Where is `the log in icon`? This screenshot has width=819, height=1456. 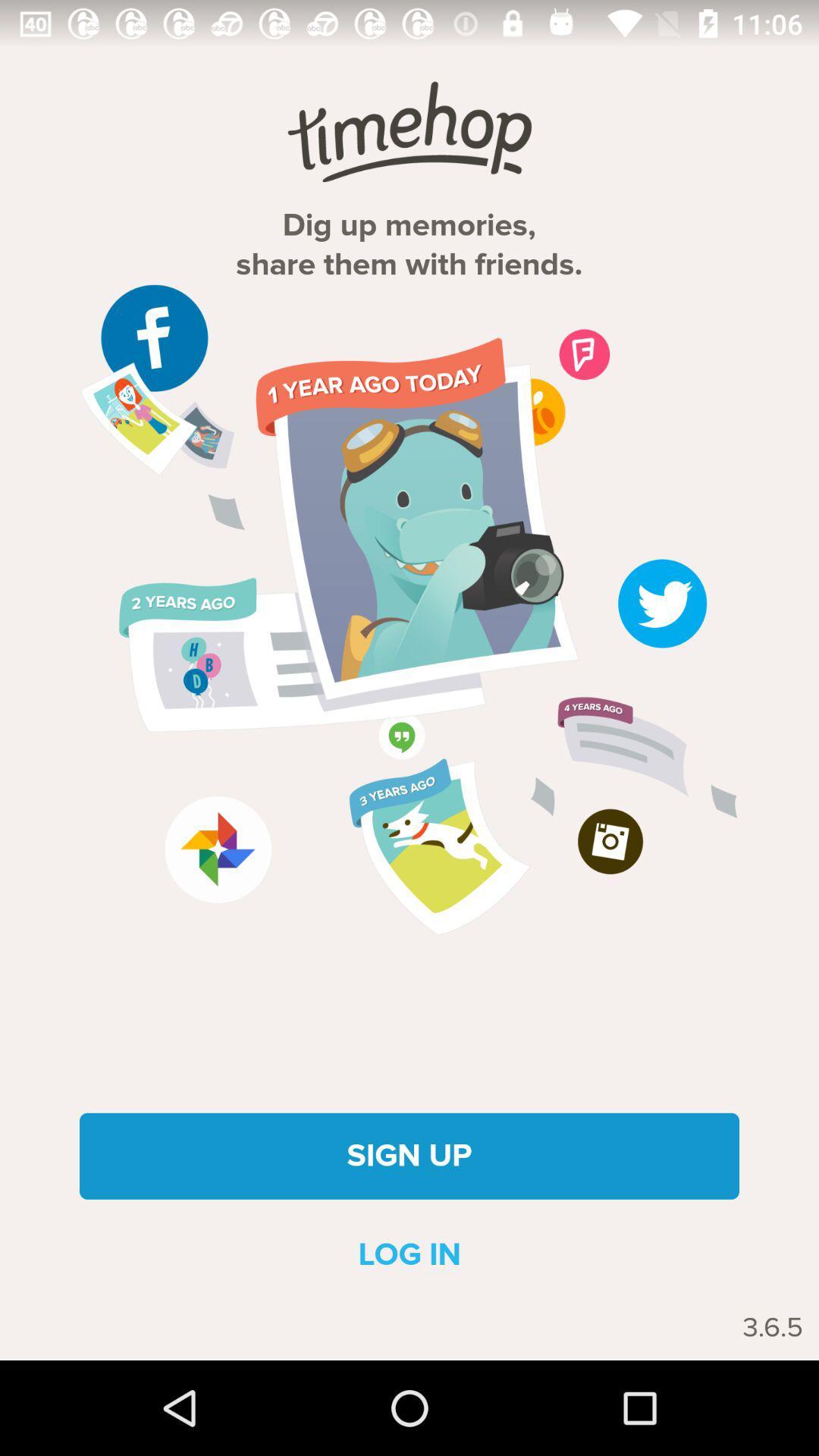 the log in icon is located at coordinates (409, 1255).